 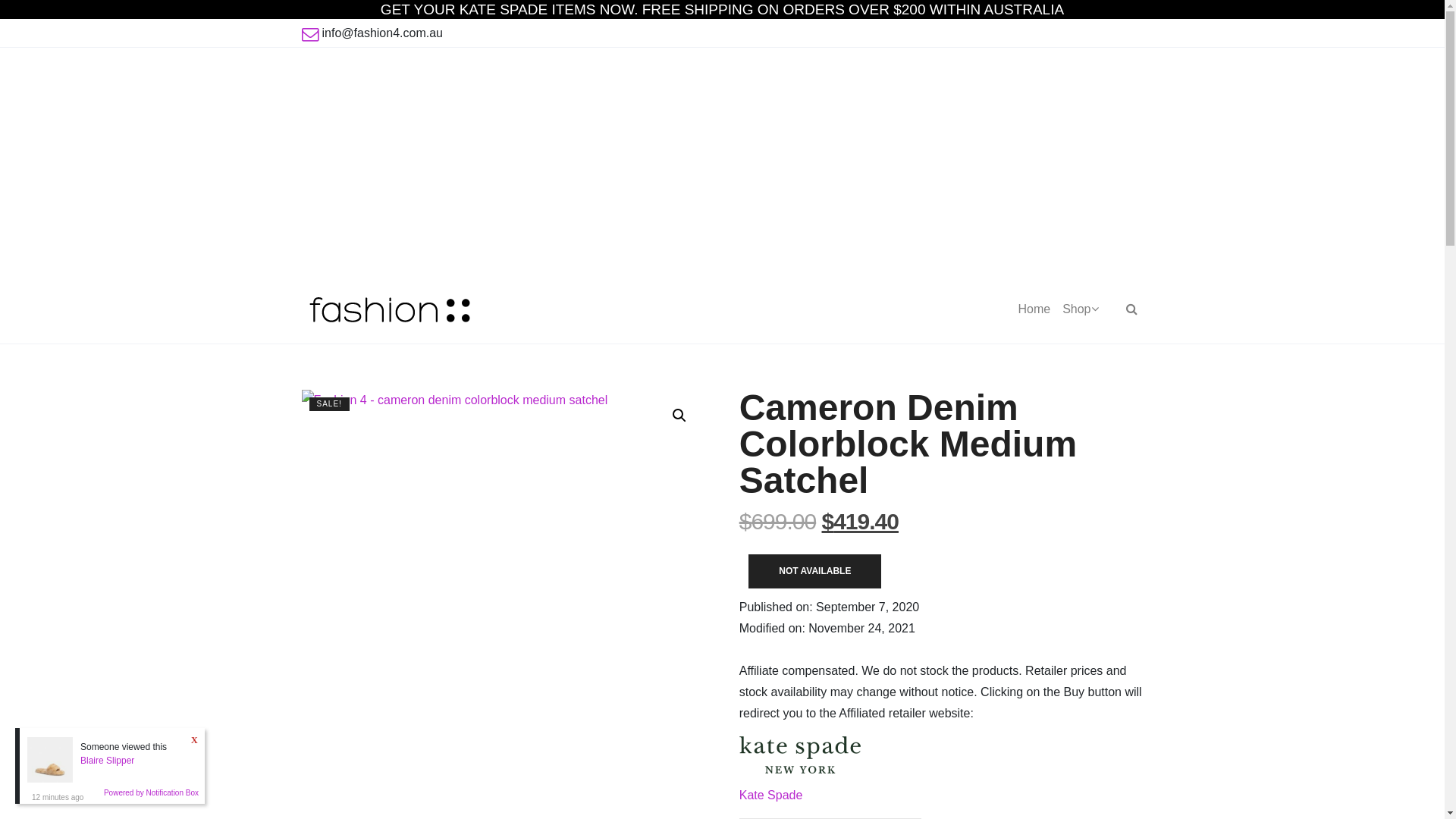 I want to click on 'Fashion 4 - cameron denim colorblock medium satchel', so click(x=504, y=591).